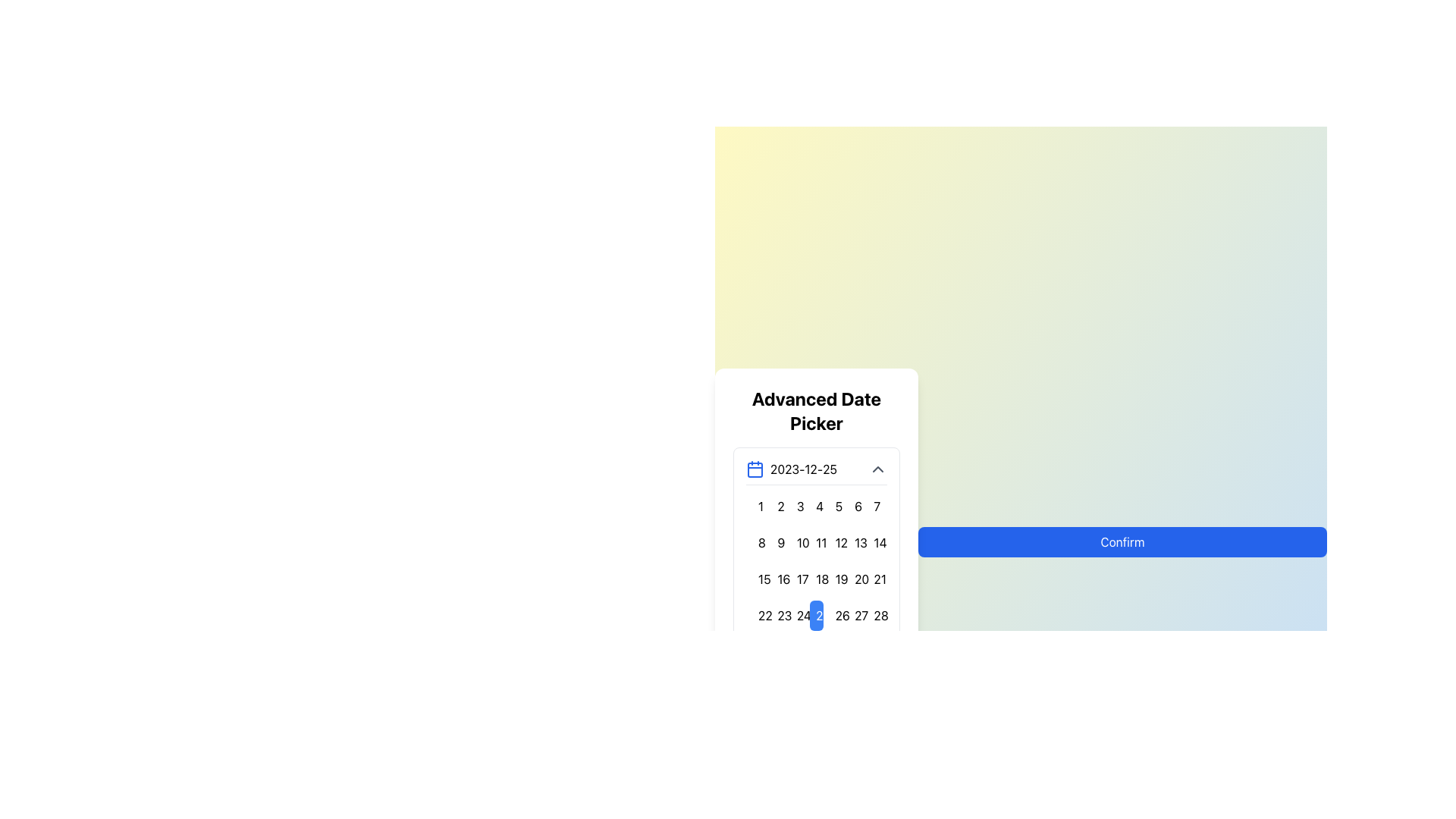 The image size is (1456, 819). Describe the element at coordinates (755, 467) in the screenshot. I see `the calendar icon in the date-picker component, which is located adjacent to the date '2023-12-25'` at that location.